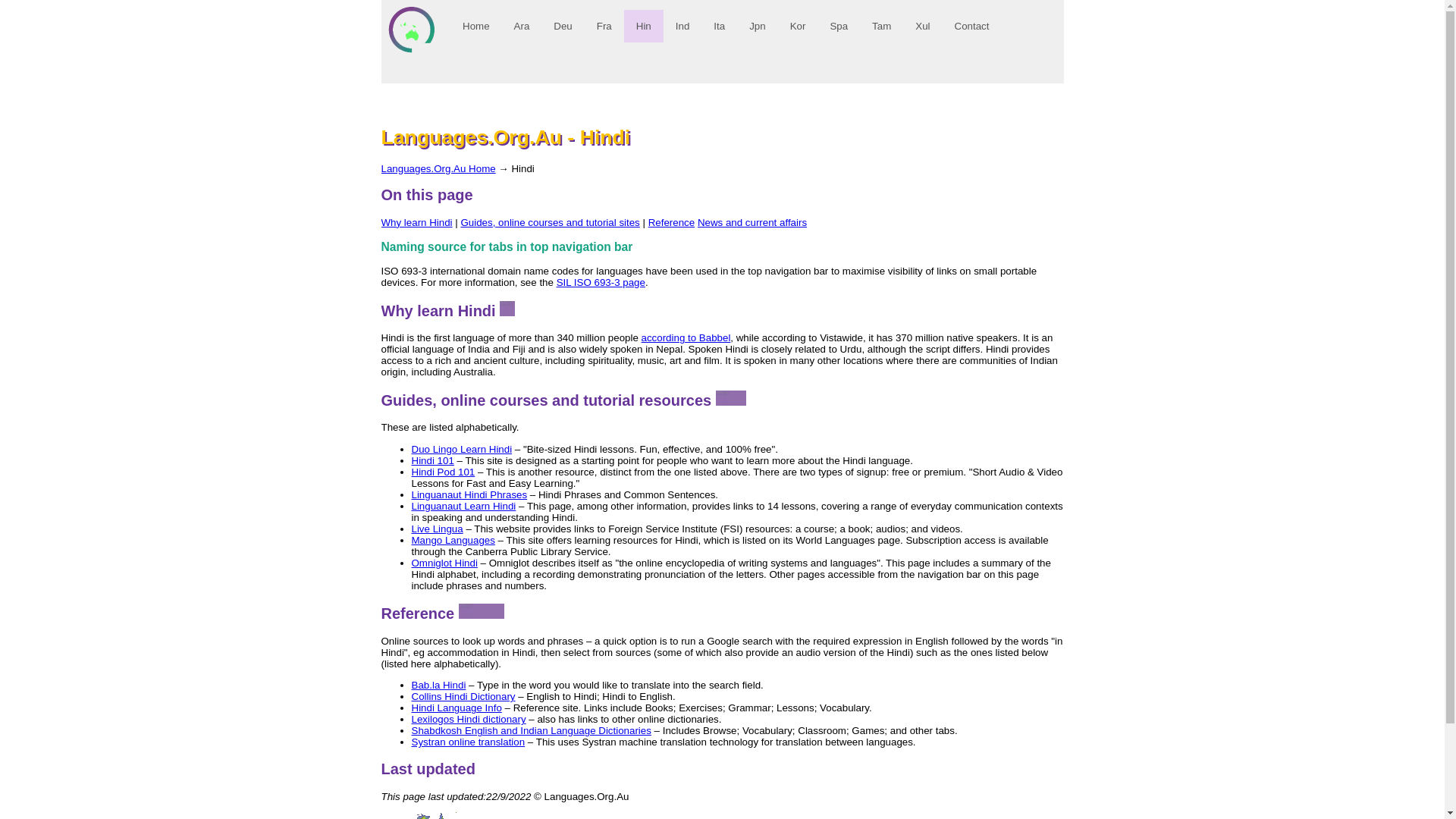 The height and width of the screenshot is (819, 1456). What do you see at coordinates (796, 26) in the screenshot?
I see `'Kor'` at bounding box center [796, 26].